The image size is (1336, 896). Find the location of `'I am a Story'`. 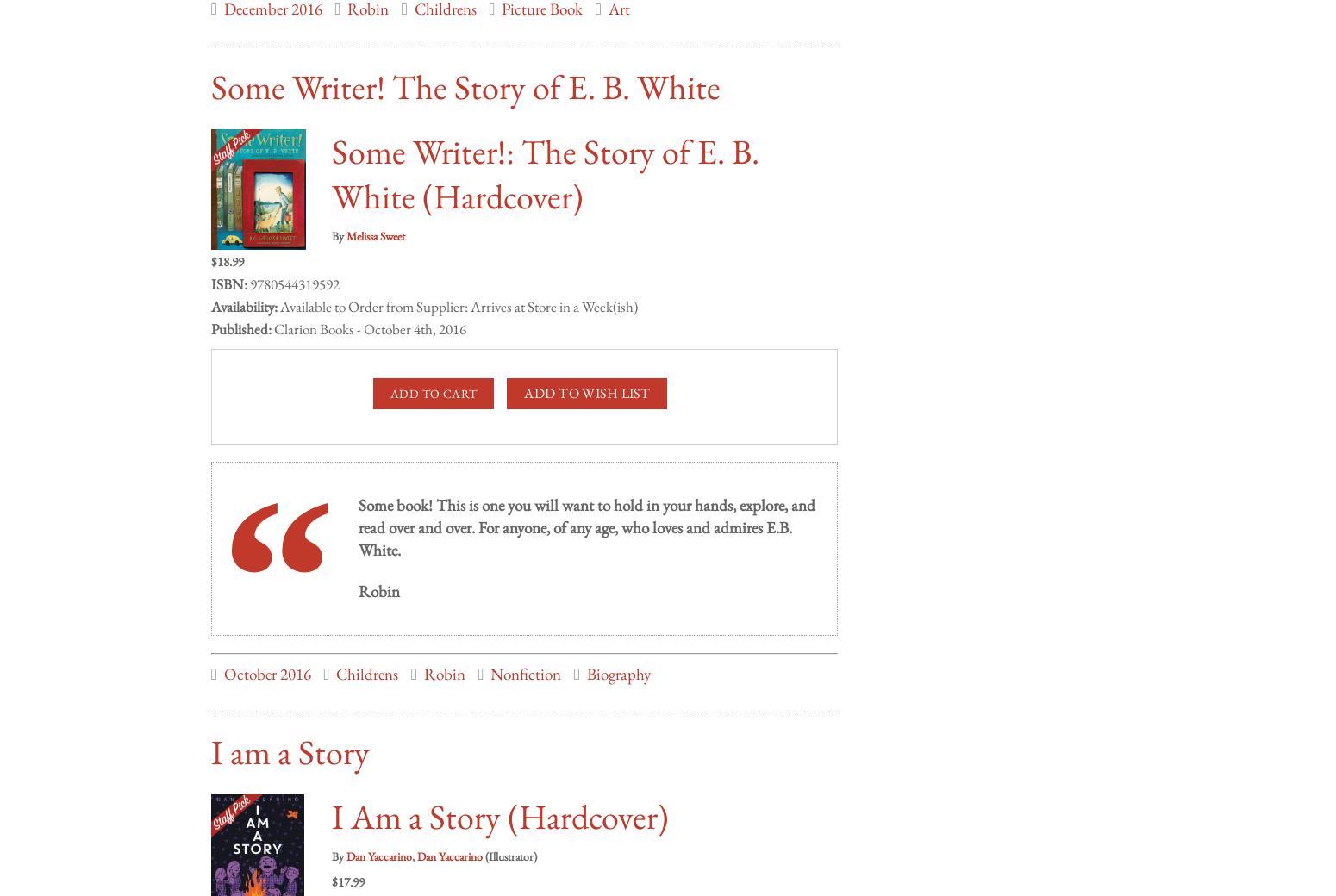

'I am a Story' is located at coordinates (289, 734).